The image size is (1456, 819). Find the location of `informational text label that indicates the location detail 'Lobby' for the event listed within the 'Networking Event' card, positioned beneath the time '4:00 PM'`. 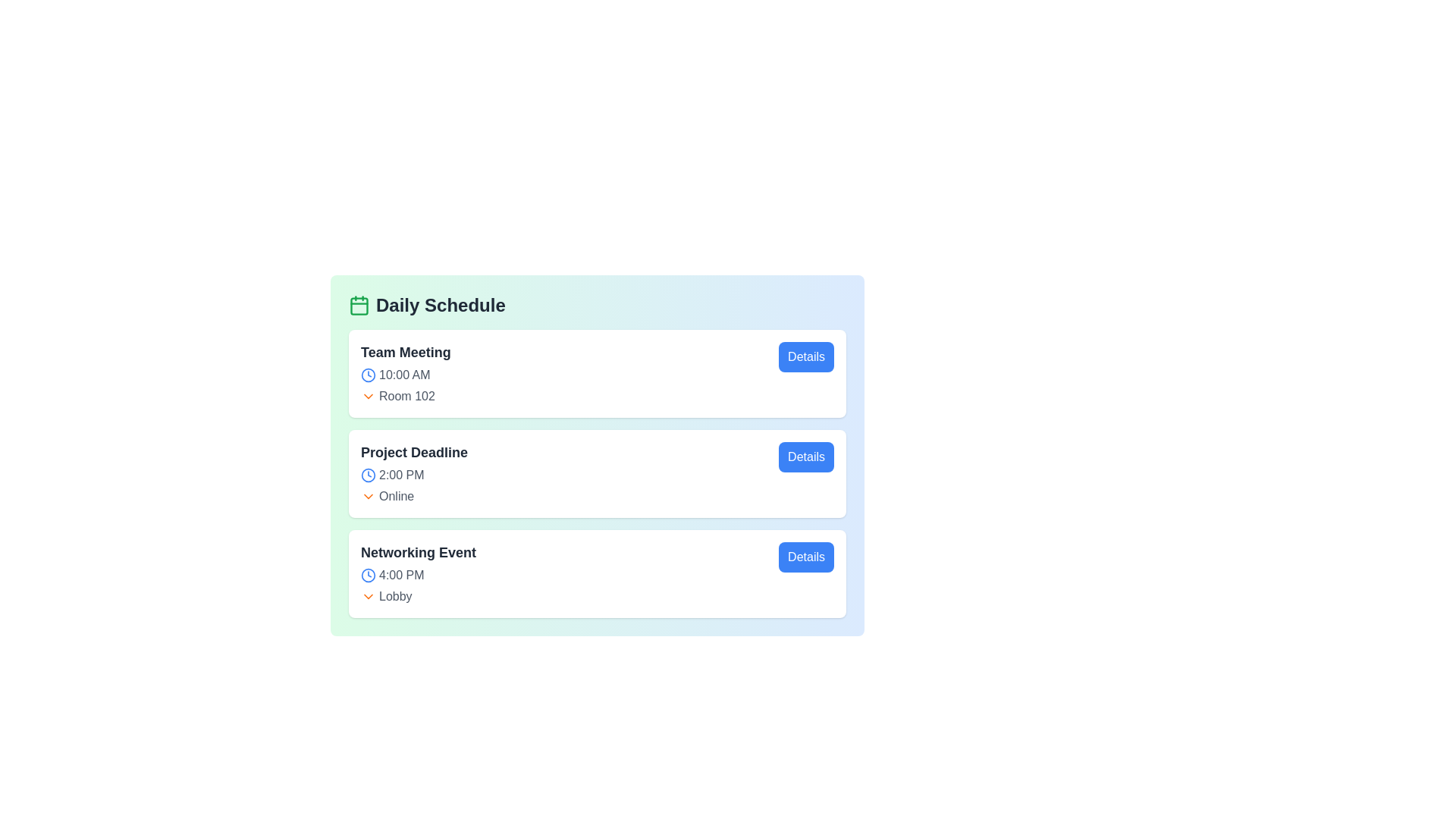

informational text label that indicates the location detail 'Lobby' for the event listed within the 'Networking Event' card, positioned beneath the time '4:00 PM' is located at coordinates (395, 595).